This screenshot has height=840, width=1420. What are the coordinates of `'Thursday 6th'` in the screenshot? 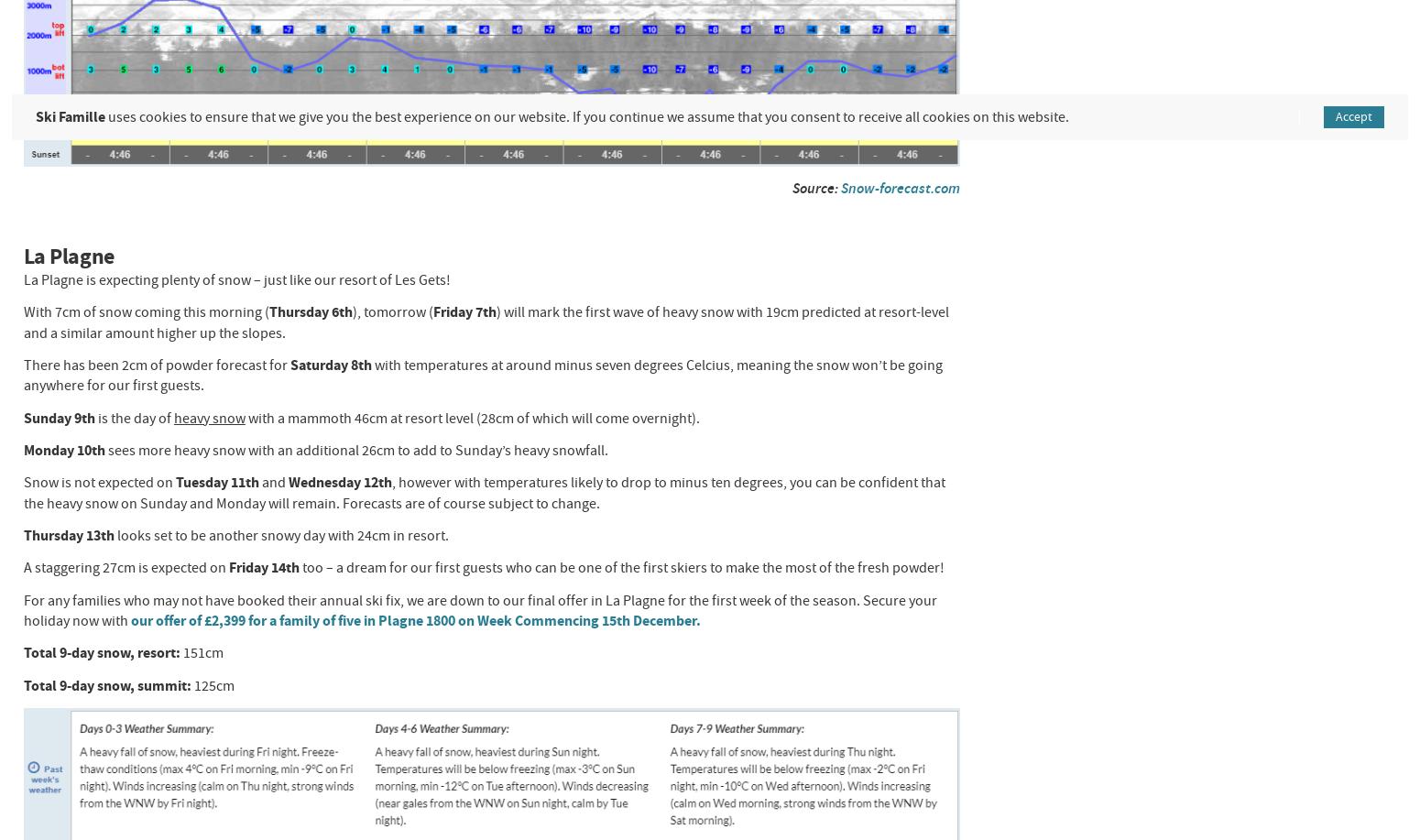 It's located at (309, 311).